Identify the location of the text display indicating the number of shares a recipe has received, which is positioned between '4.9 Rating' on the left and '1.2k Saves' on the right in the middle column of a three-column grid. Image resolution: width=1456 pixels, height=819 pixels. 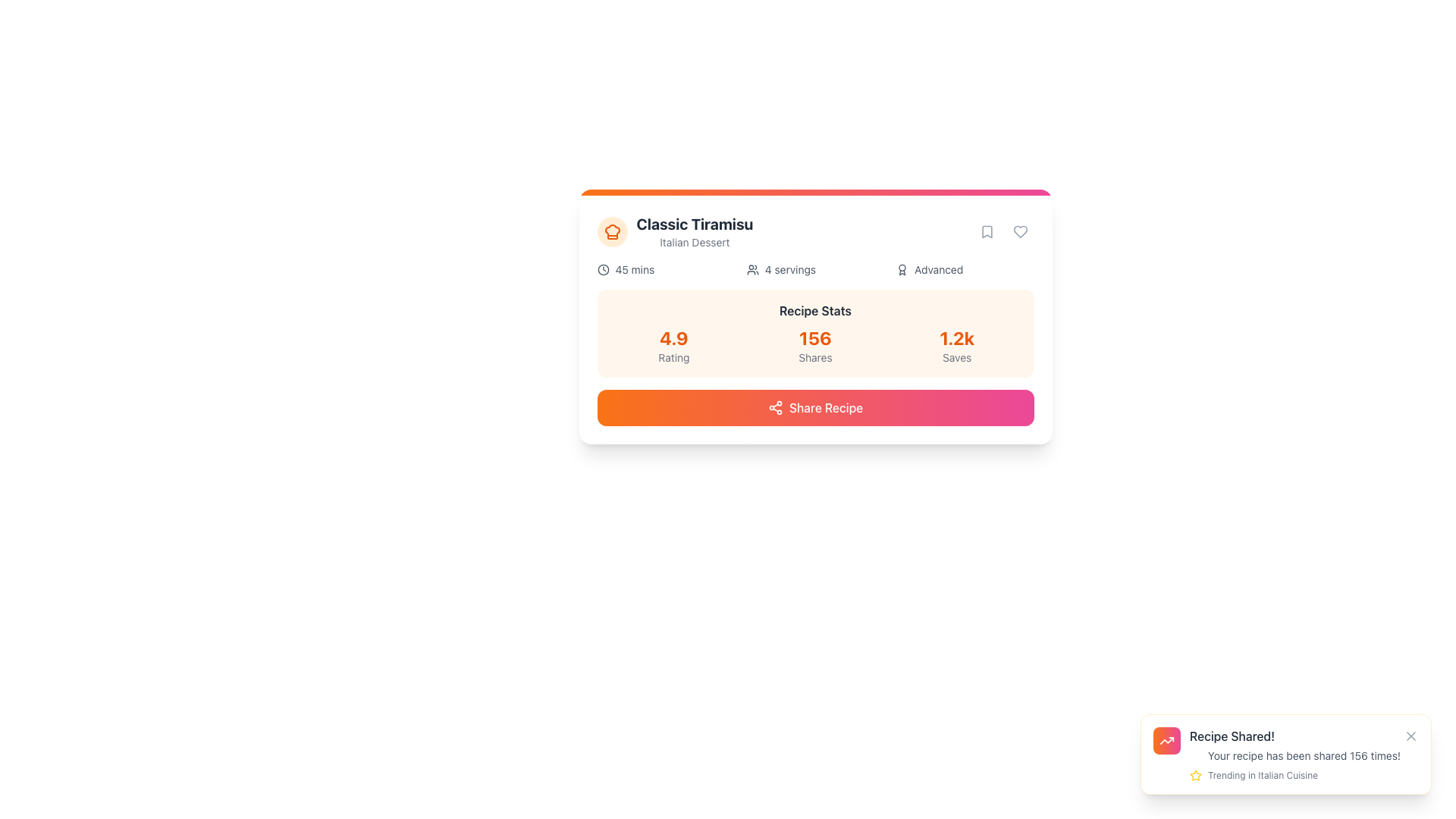
(814, 345).